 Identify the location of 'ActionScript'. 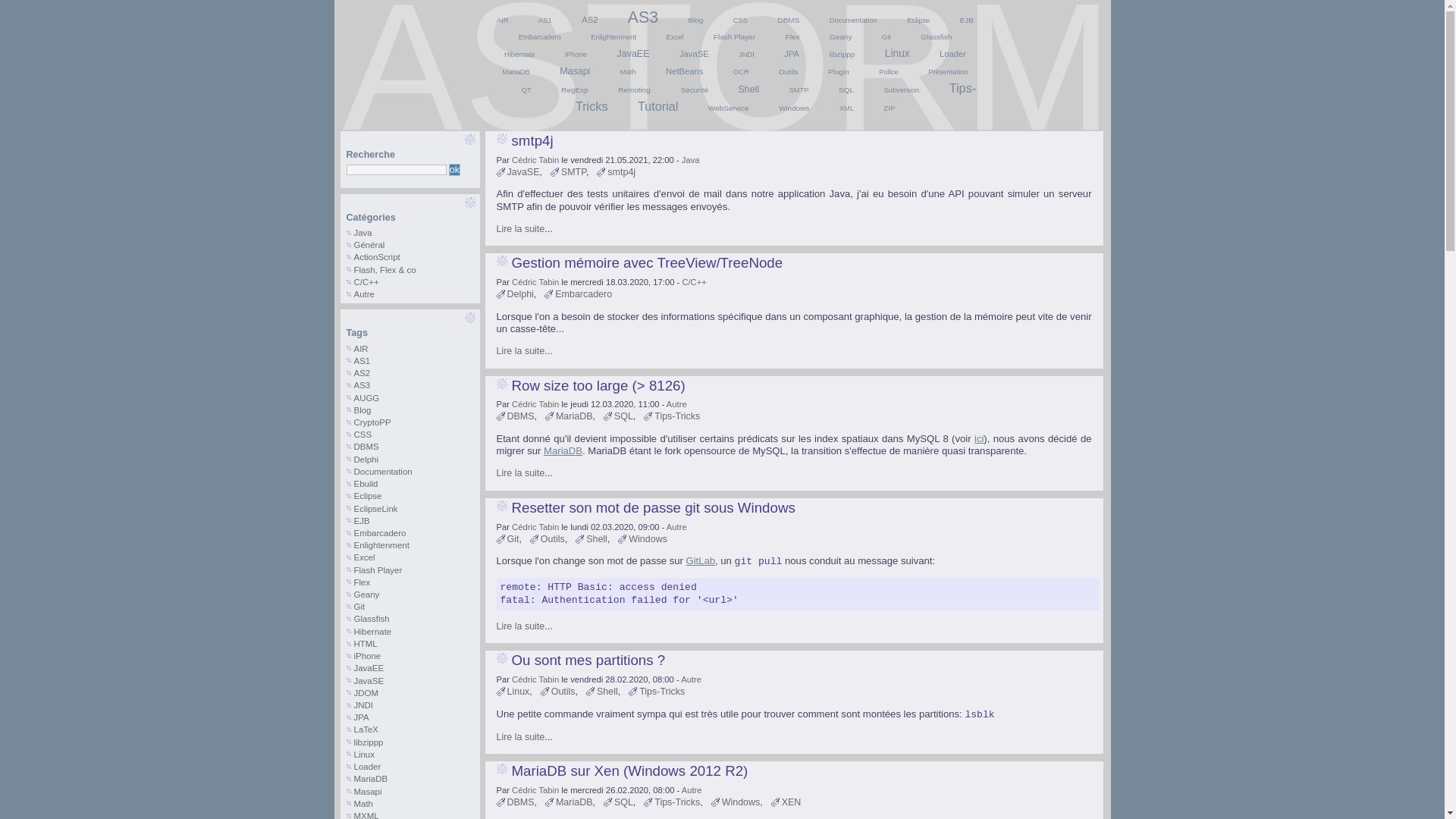
(352, 256).